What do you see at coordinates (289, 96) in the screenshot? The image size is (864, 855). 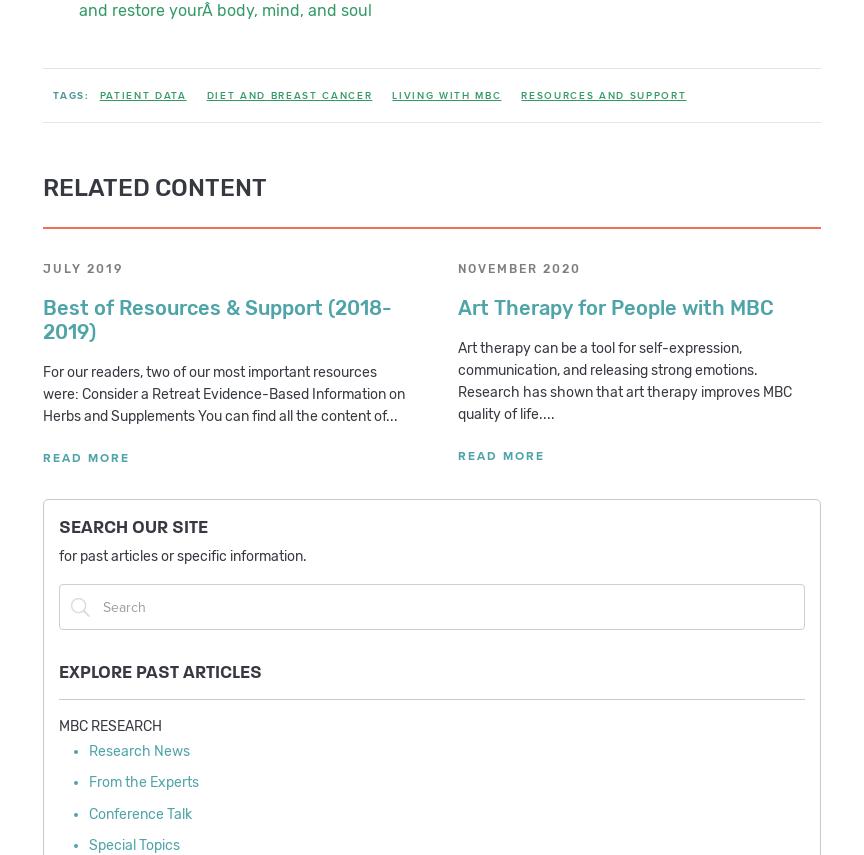 I see `'Diet and Breast Cancer'` at bounding box center [289, 96].